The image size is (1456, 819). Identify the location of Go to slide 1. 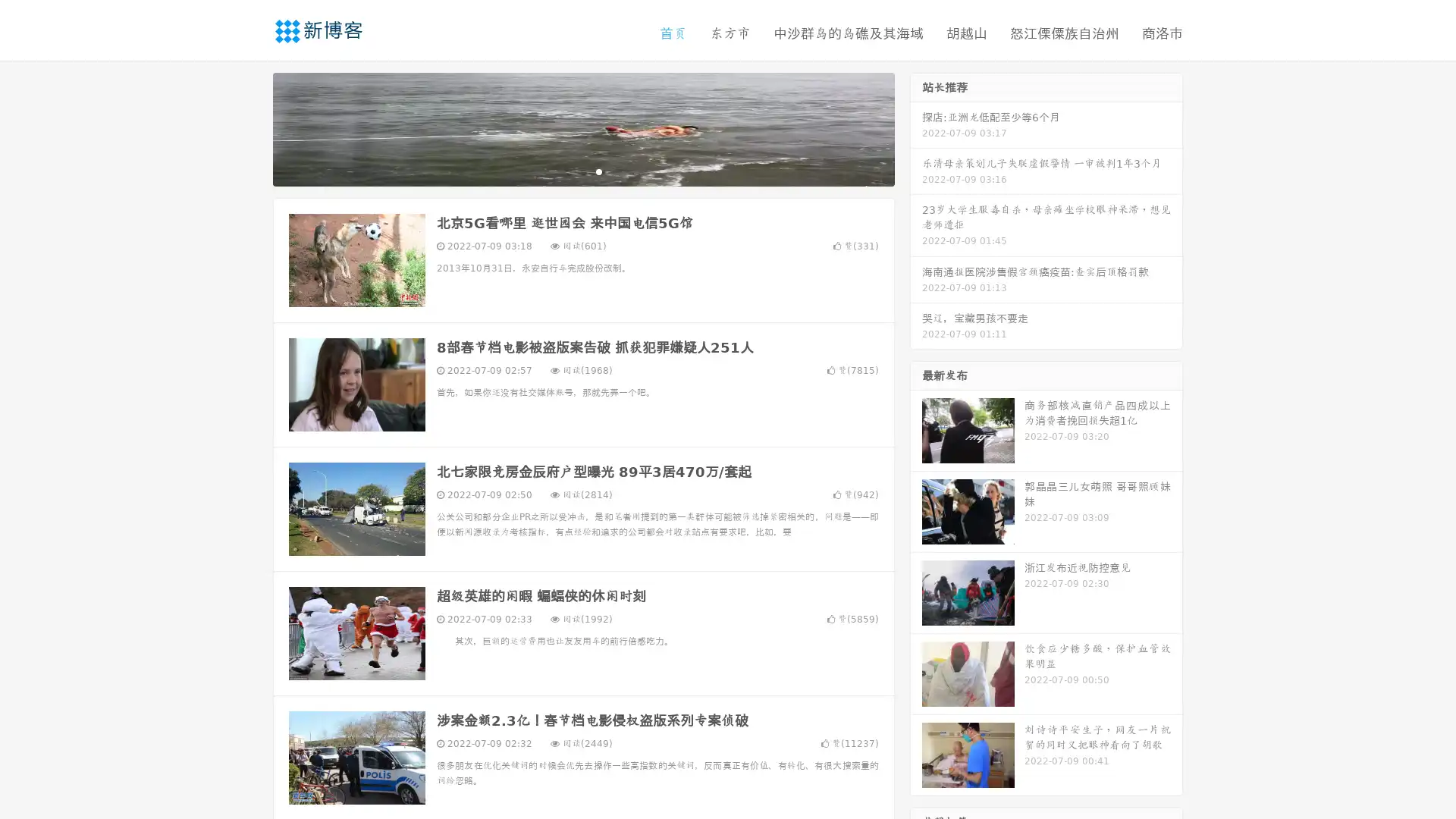
(567, 171).